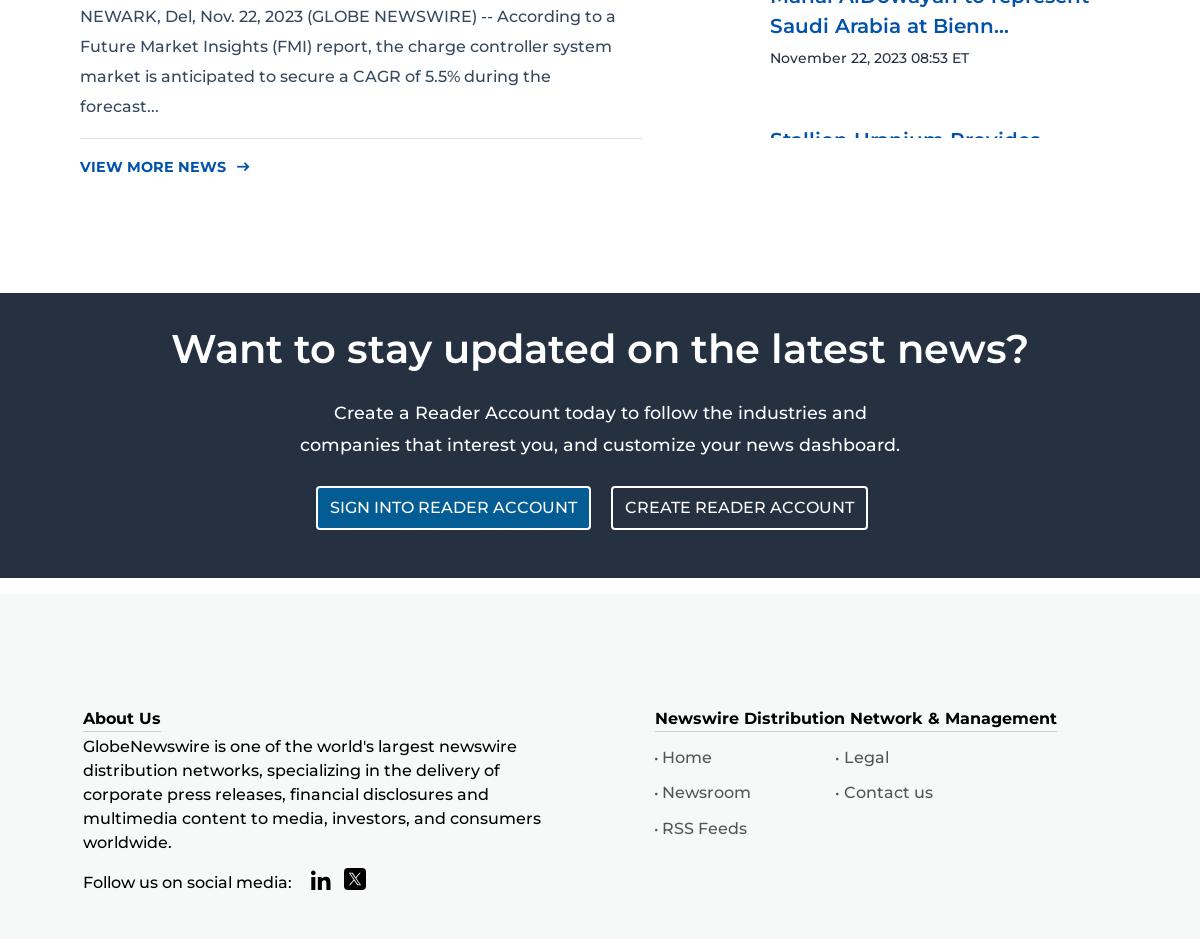  Describe the element at coordinates (739, 506) in the screenshot. I see `'CREATE READER ACCOUNT'` at that location.